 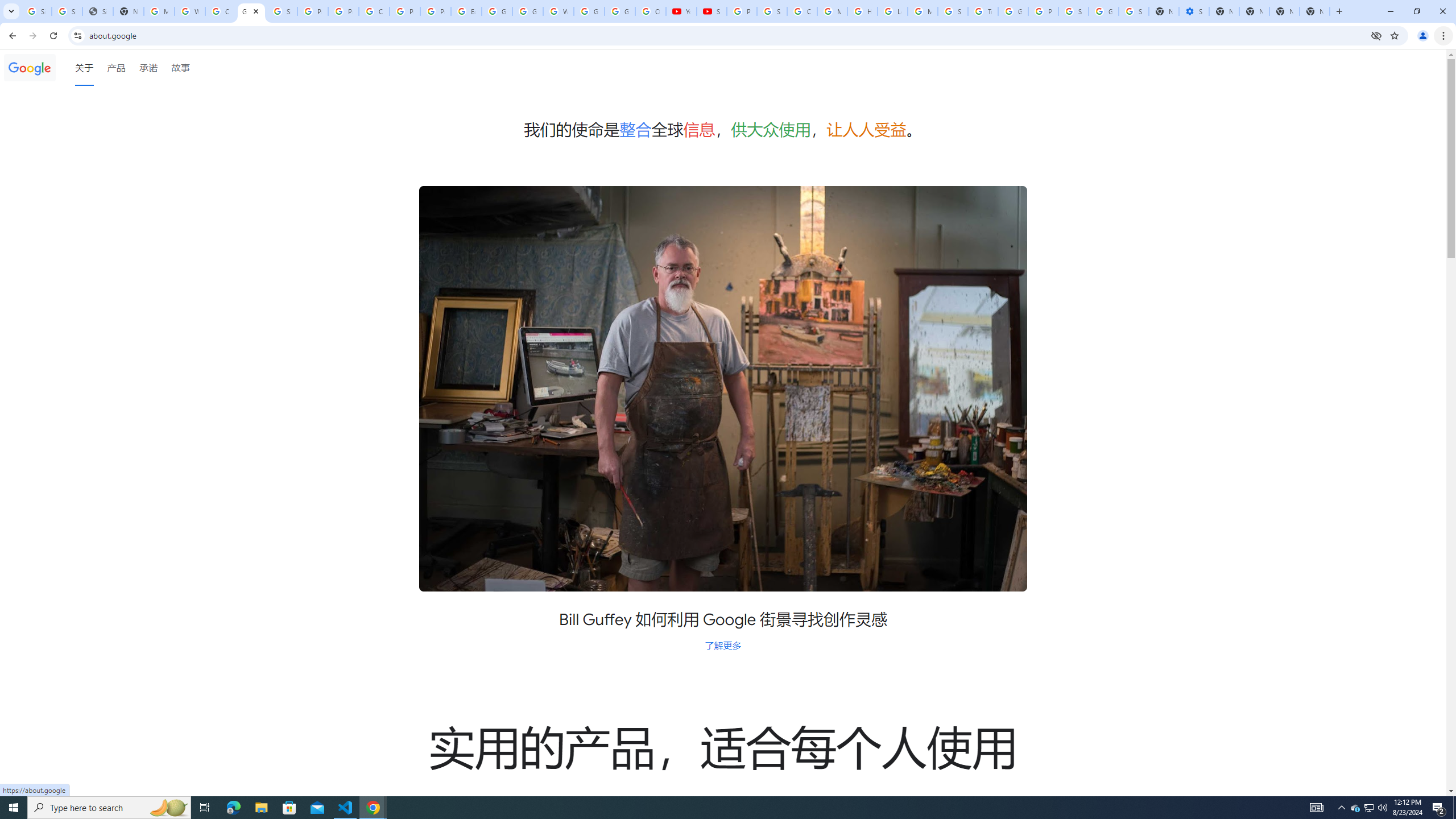 I want to click on 'Settings - Performance', so click(x=1194, y=11).